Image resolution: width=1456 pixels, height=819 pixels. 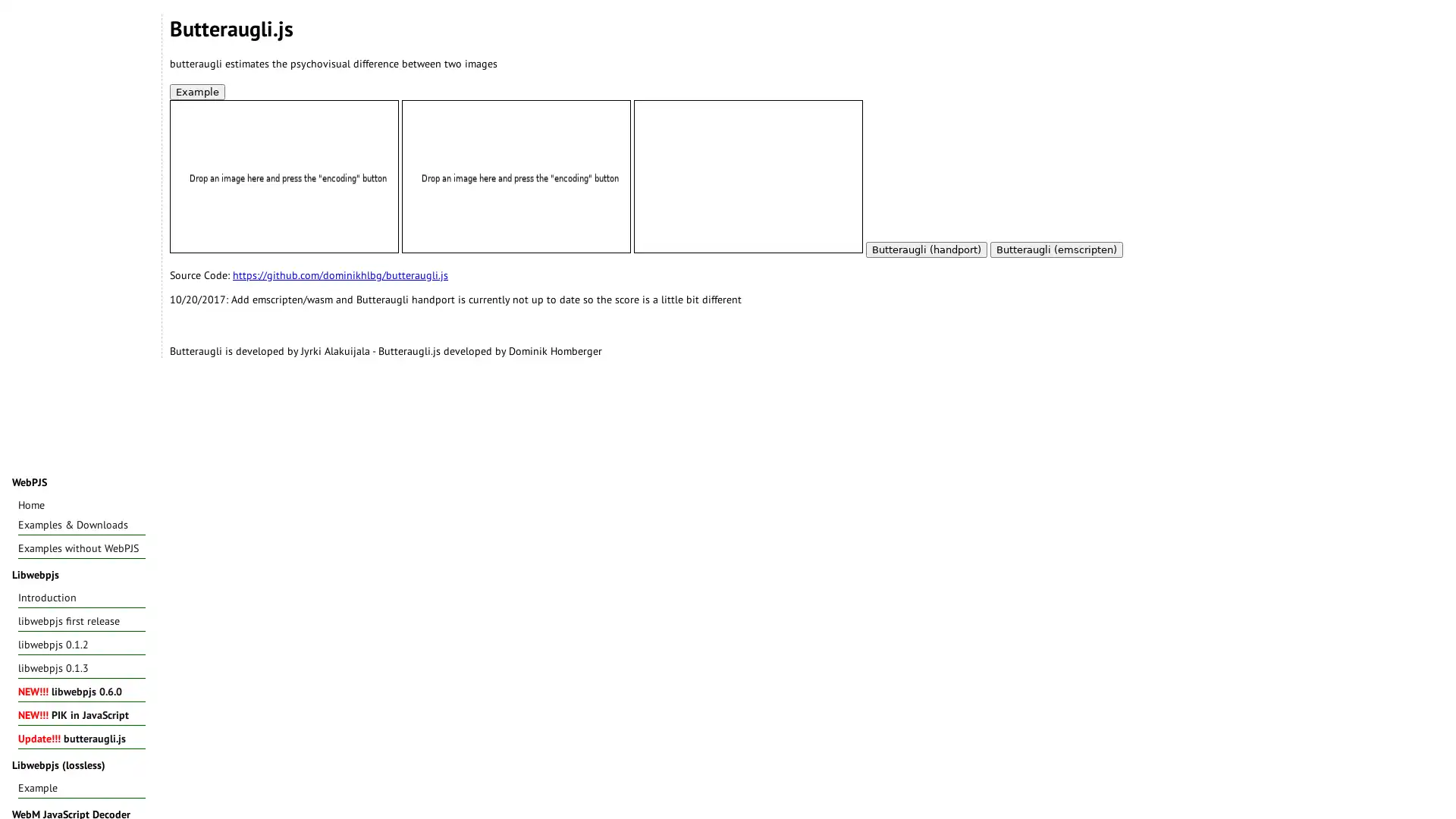 I want to click on Example, so click(x=196, y=91).